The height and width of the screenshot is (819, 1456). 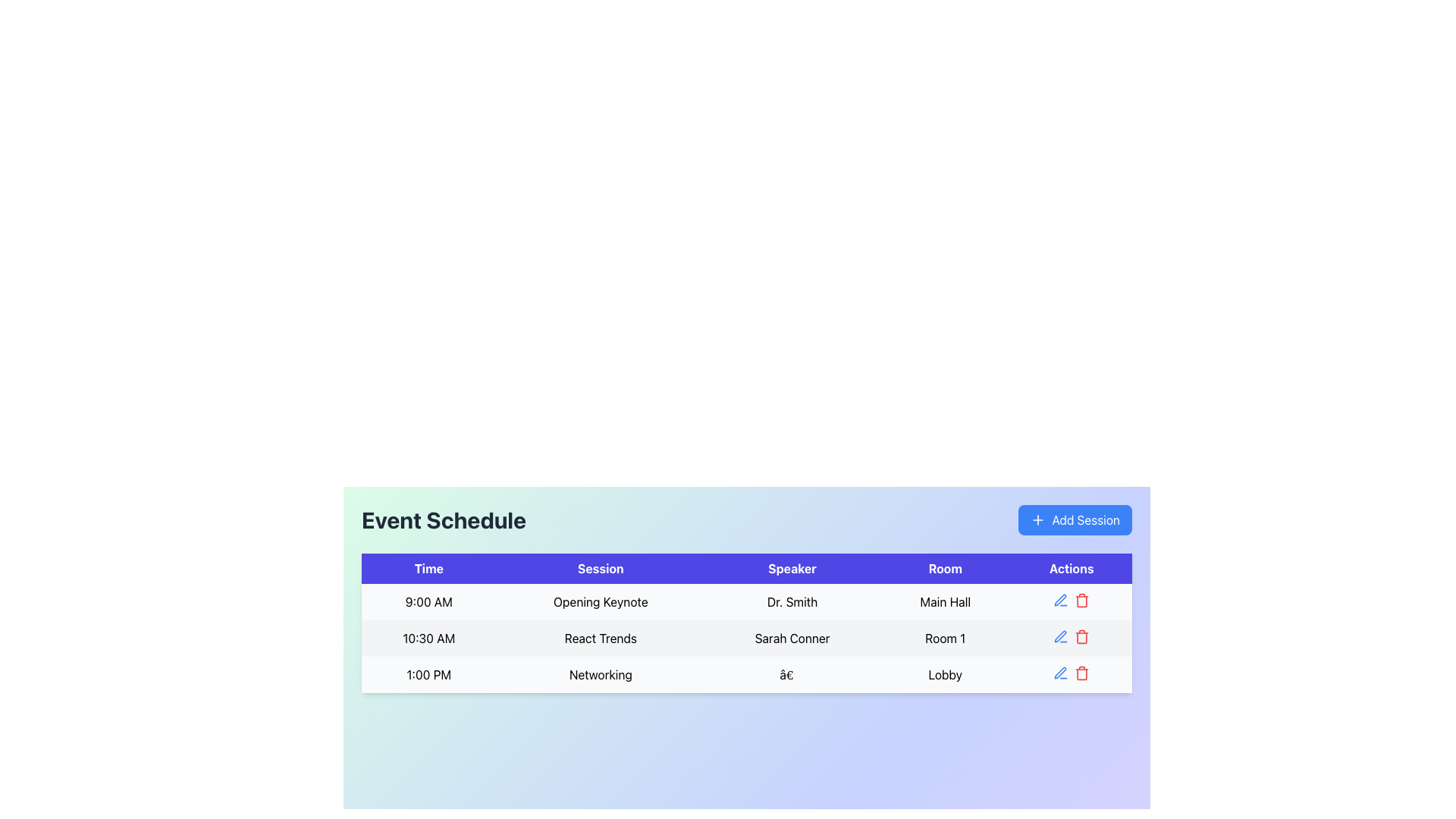 What do you see at coordinates (944, 638) in the screenshot?
I see `the text display element that shows 'Room 1', located in the fourth column of the second data row in the table layout` at bounding box center [944, 638].